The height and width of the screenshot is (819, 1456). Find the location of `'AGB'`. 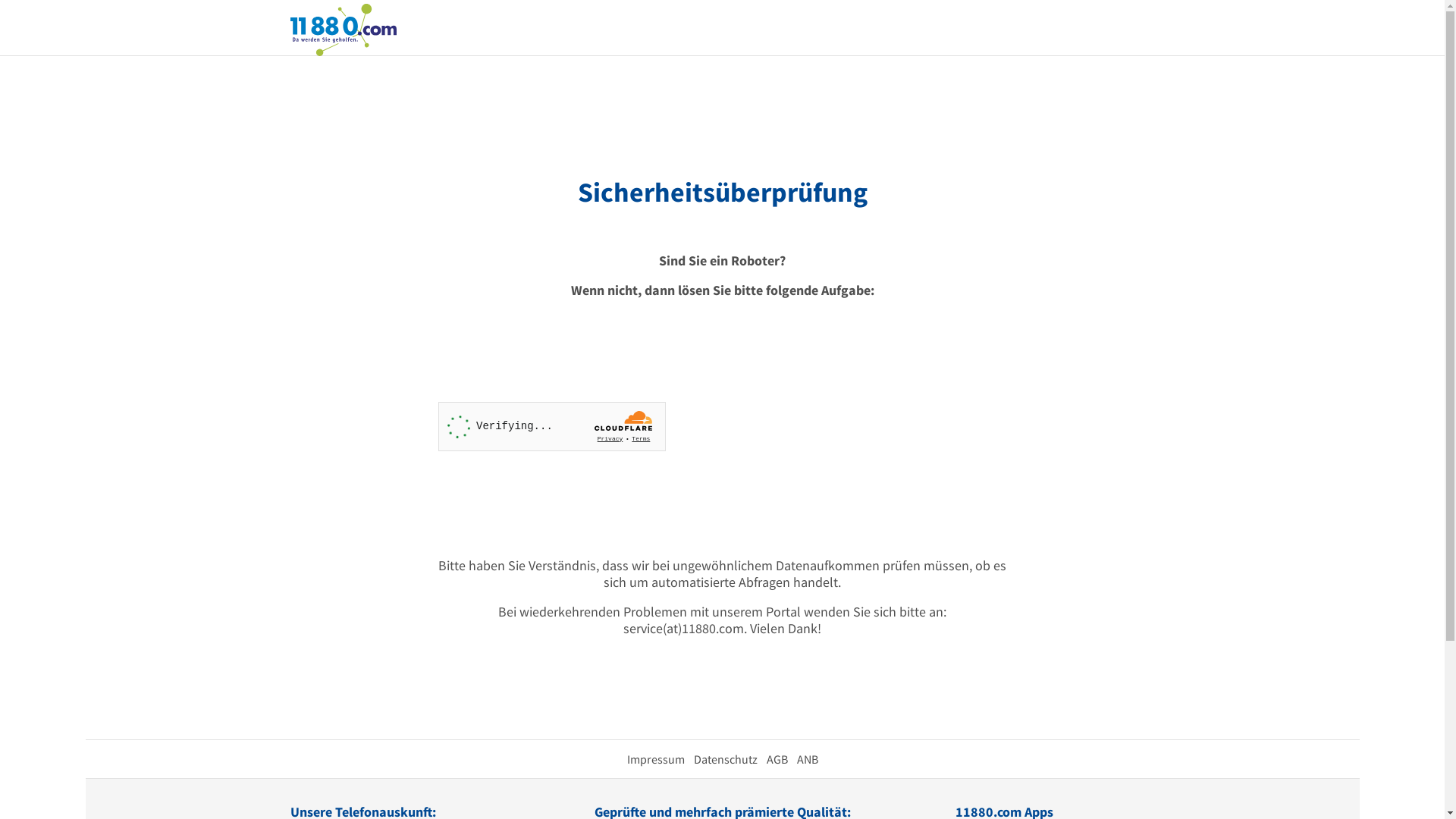

'AGB' is located at coordinates (776, 759).